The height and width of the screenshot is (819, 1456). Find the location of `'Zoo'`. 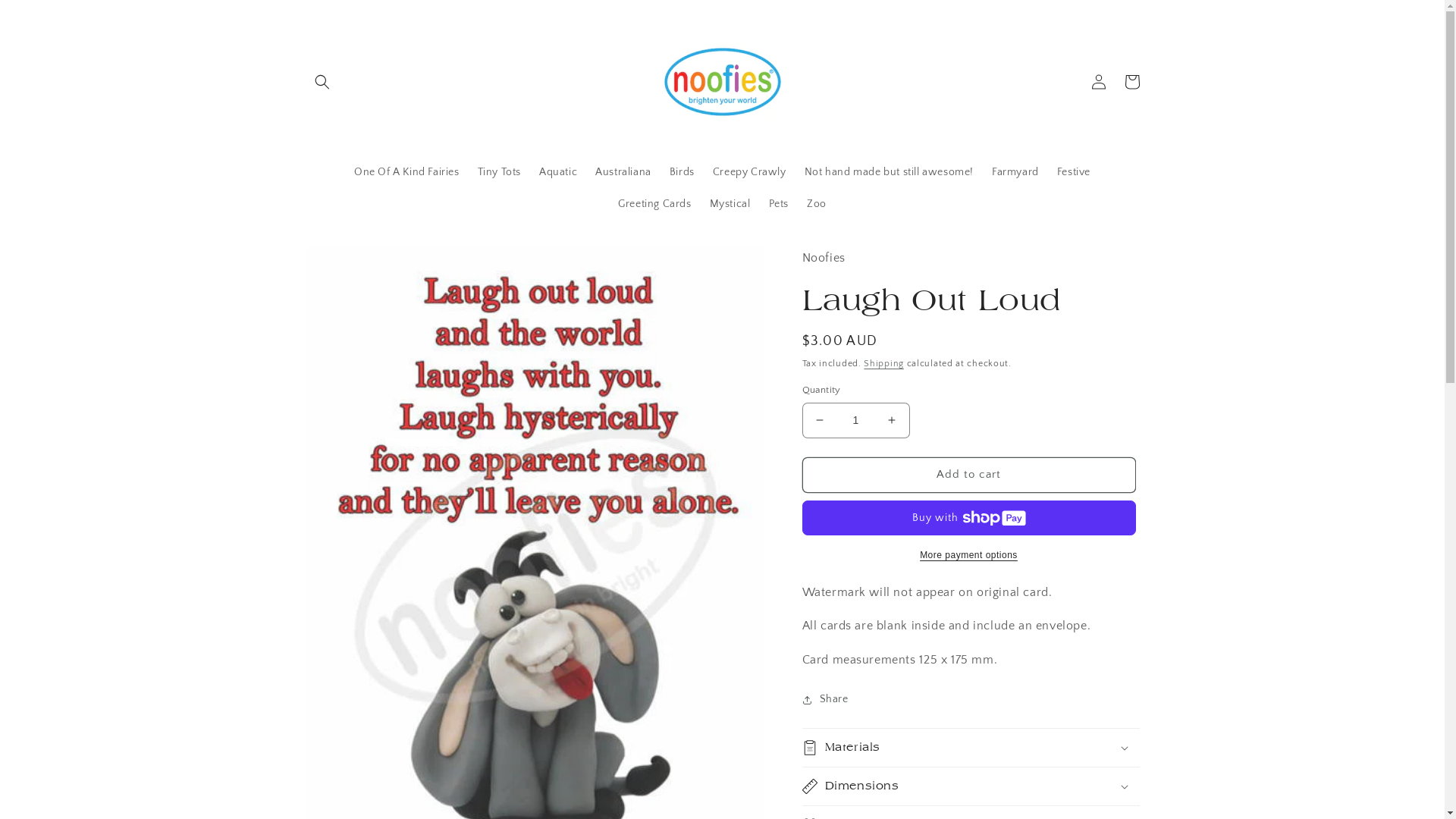

'Zoo' is located at coordinates (815, 203).